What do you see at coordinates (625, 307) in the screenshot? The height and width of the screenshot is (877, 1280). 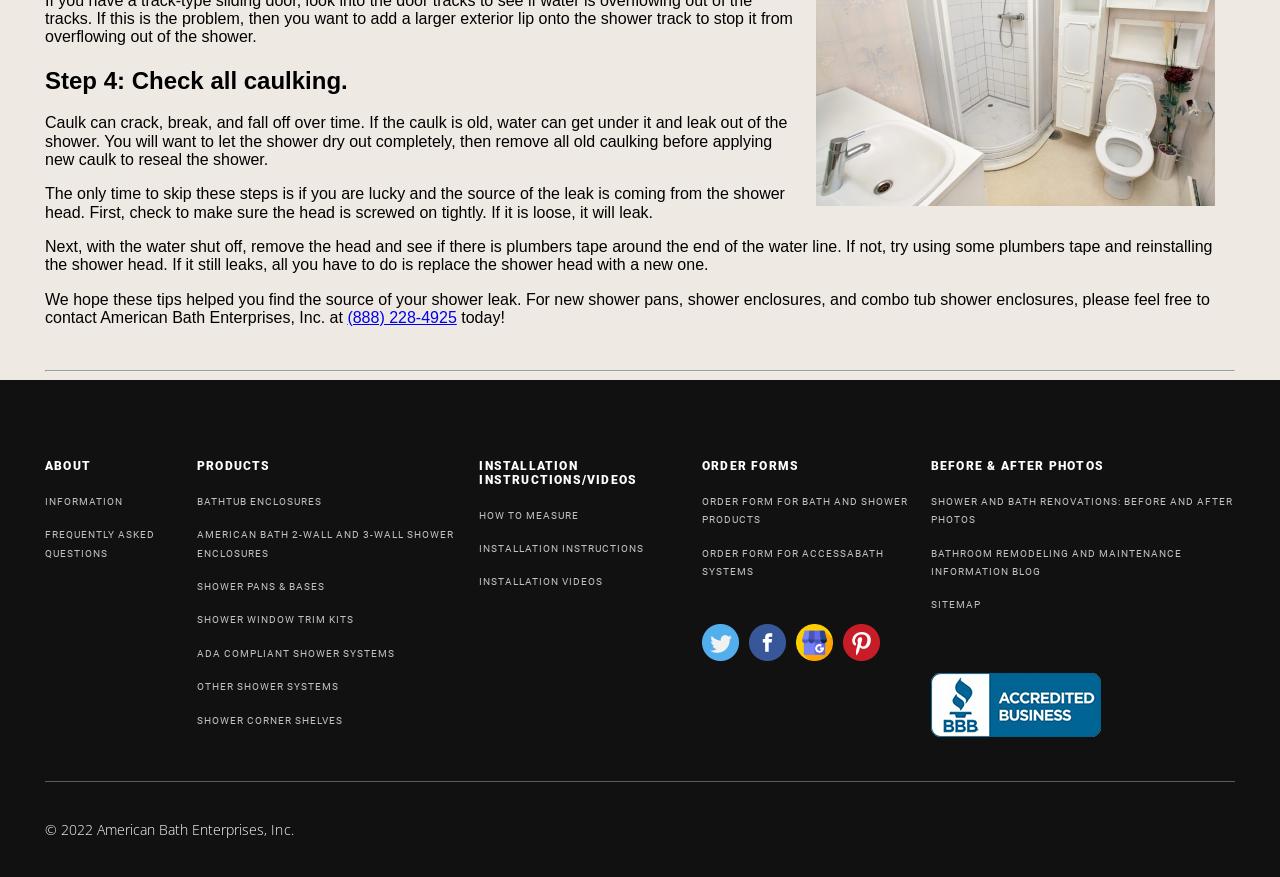 I see `'We hope these tips helped you find the source of your shower leak. For new shower pans, shower enclosures, and combo tub shower enclosures, please feel free to contact American Bath Enterprises, Inc. at'` at bounding box center [625, 307].